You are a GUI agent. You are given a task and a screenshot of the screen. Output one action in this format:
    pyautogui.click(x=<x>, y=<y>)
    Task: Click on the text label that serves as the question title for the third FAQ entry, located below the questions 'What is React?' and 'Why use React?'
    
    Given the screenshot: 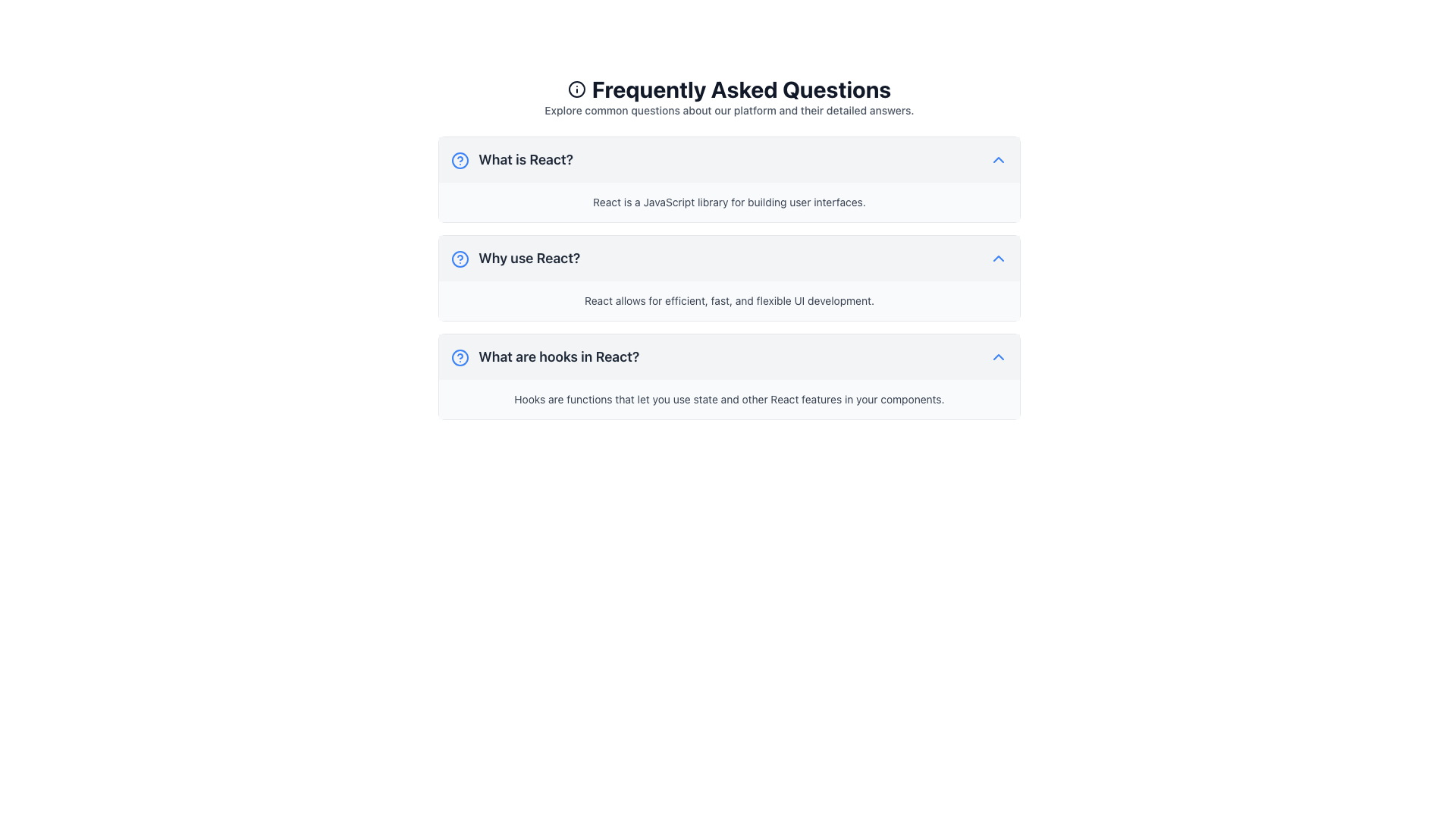 What is the action you would take?
    pyautogui.click(x=545, y=356)
    